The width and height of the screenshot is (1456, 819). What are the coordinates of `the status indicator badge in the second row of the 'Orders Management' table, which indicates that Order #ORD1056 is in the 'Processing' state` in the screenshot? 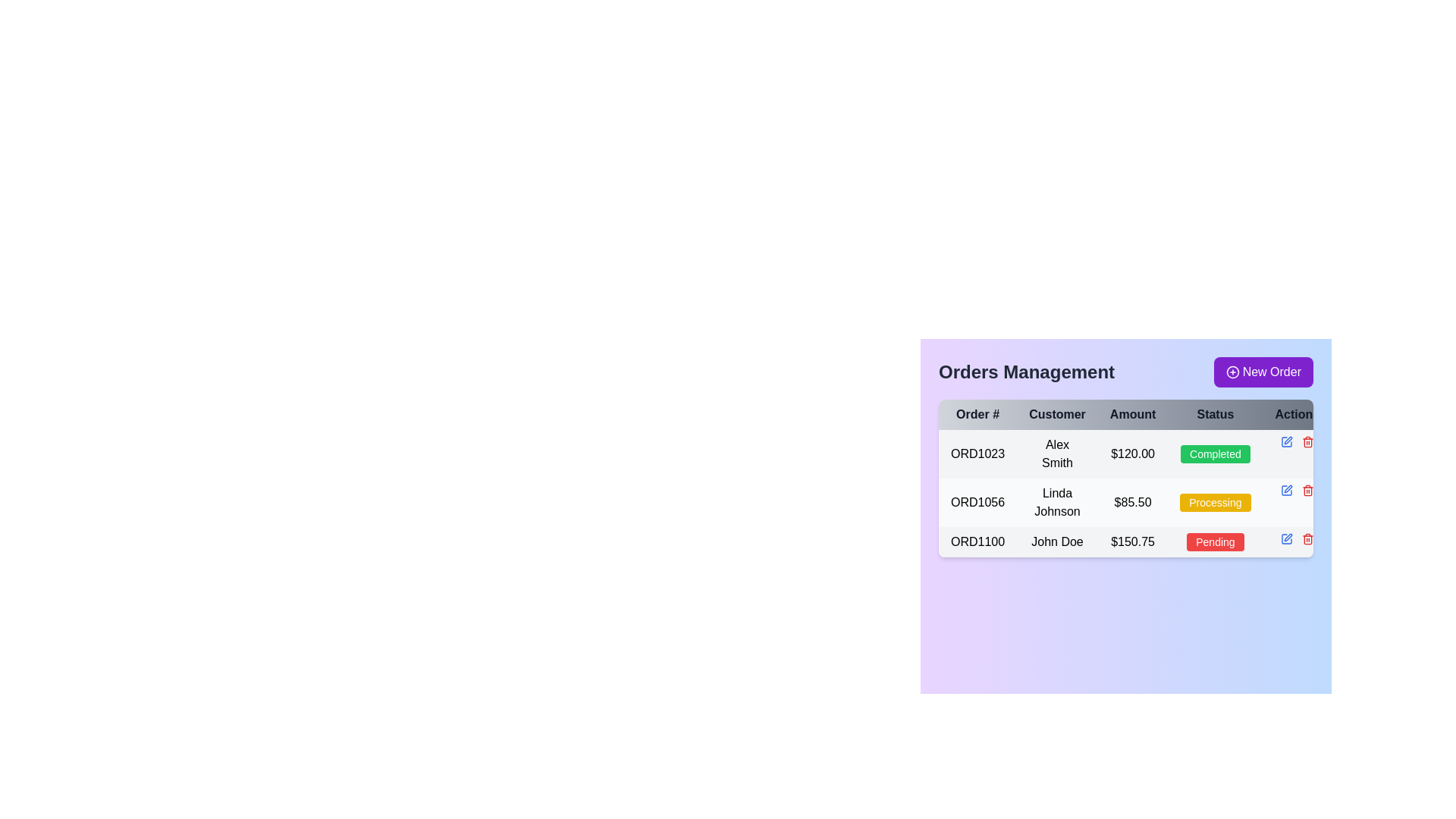 It's located at (1215, 503).